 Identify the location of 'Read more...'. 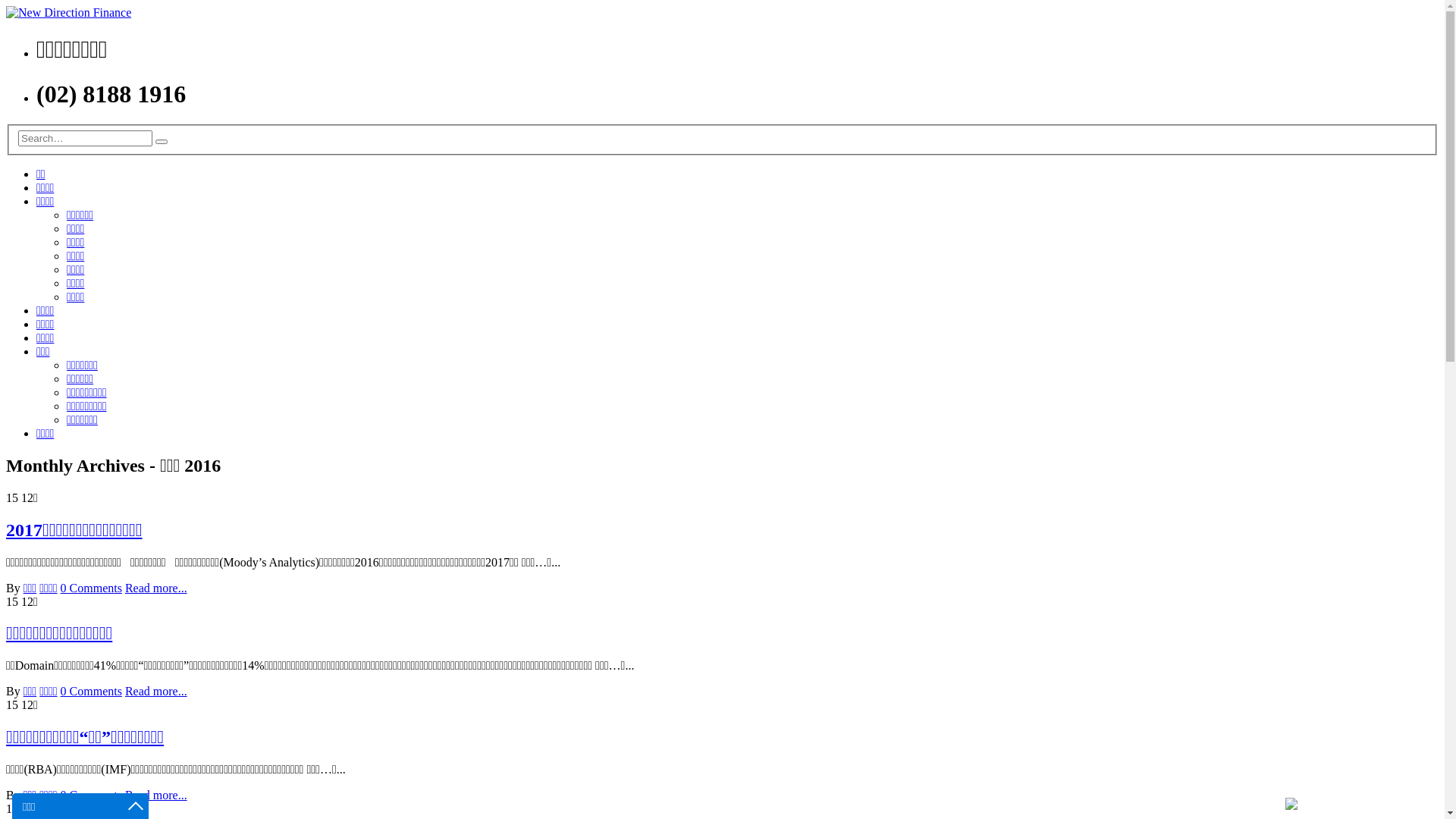
(156, 587).